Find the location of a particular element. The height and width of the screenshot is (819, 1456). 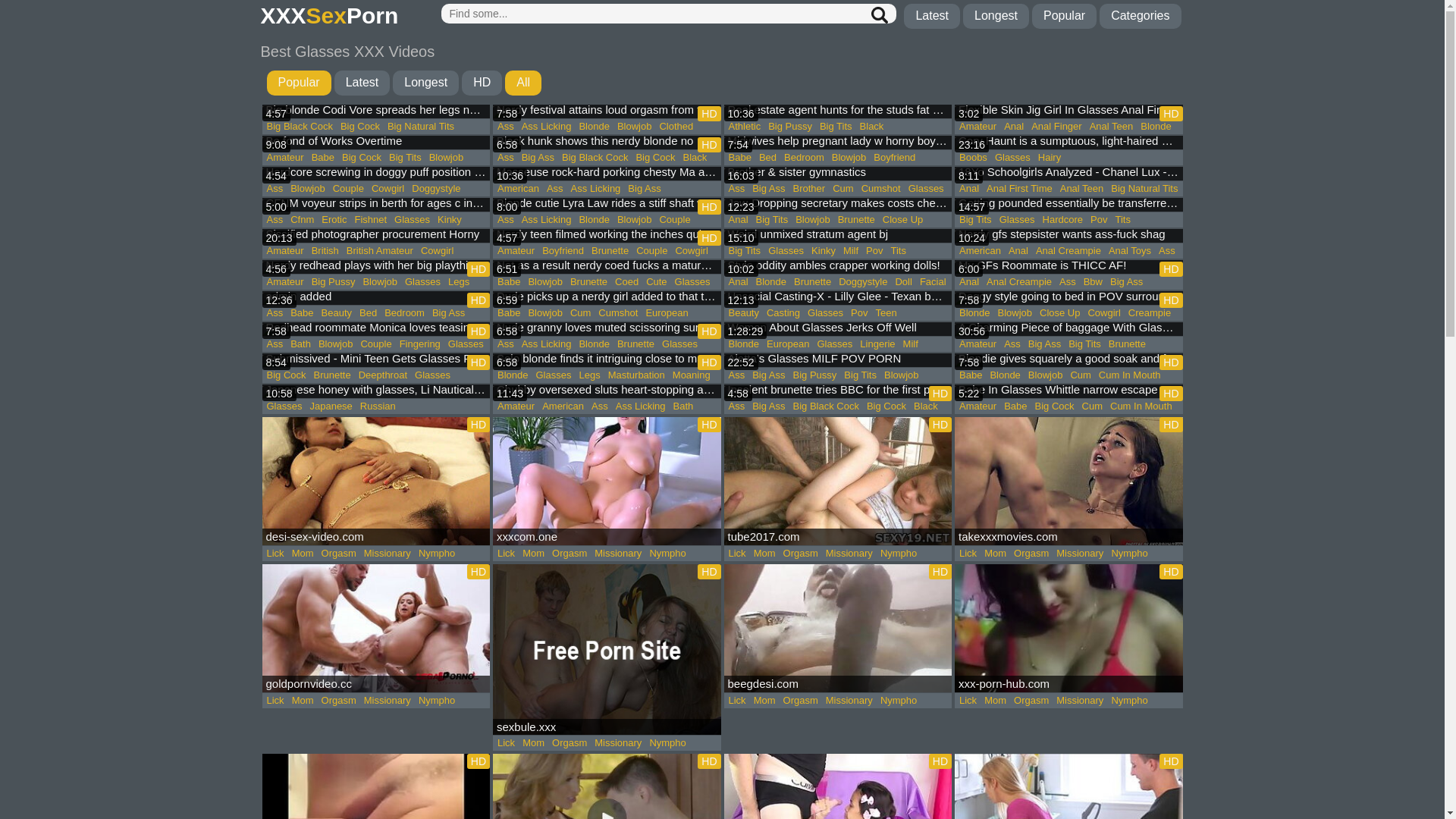

'Cfnm' is located at coordinates (287, 219).